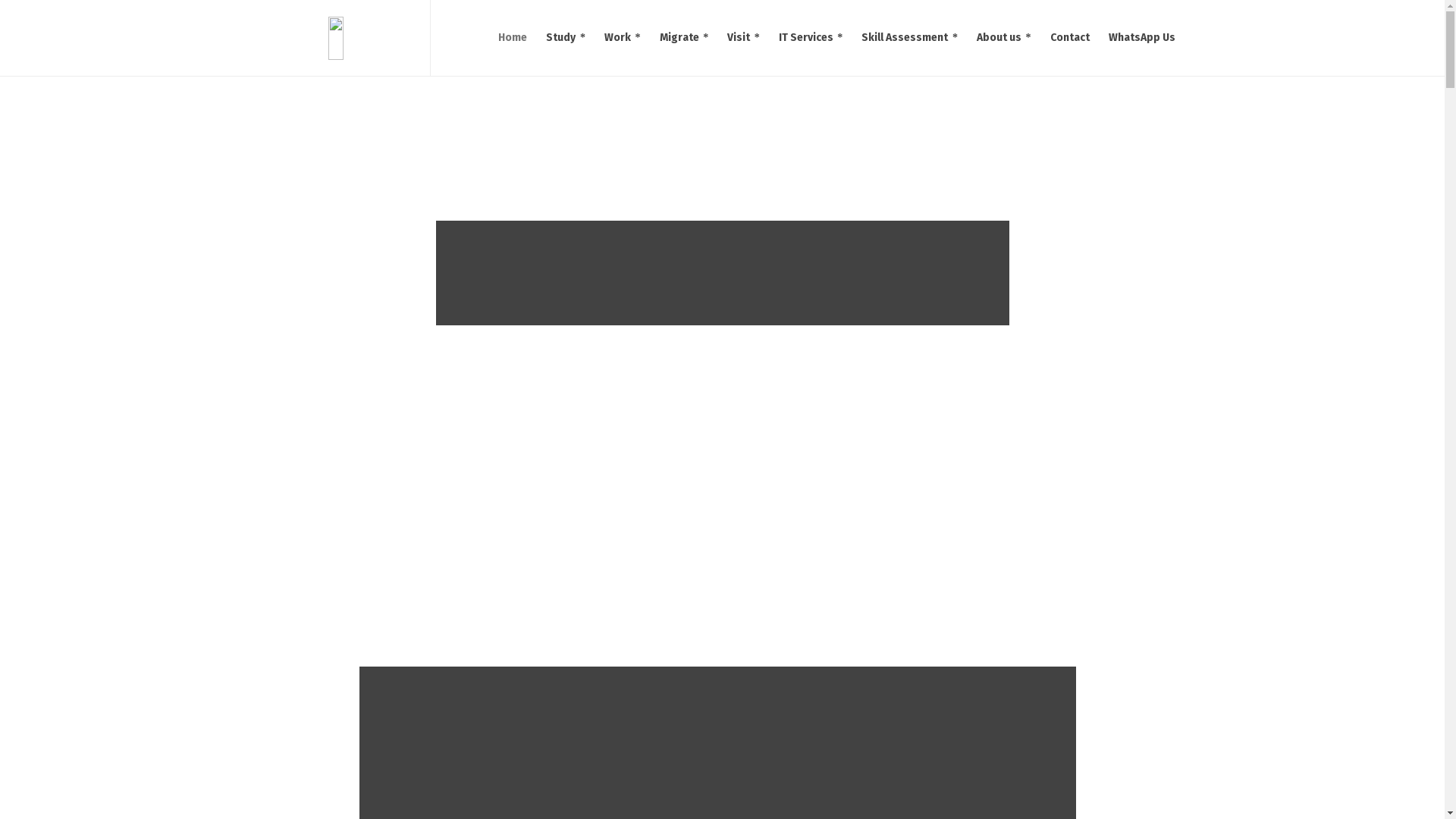 The width and height of the screenshot is (1456, 819). What do you see at coordinates (513, 37) in the screenshot?
I see `'Home'` at bounding box center [513, 37].